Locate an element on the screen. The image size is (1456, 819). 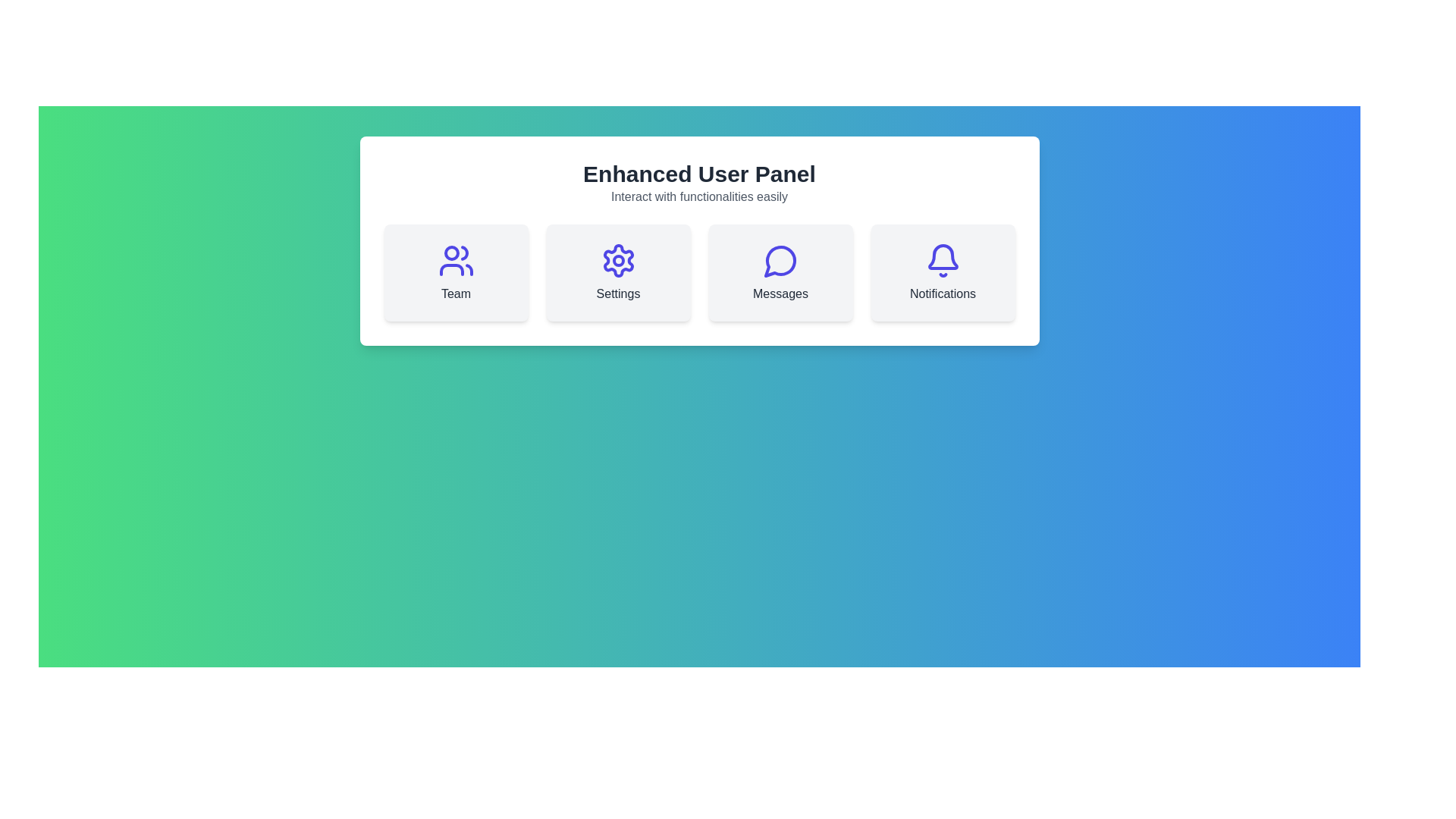
the bell-shaped notification icon with thick indigo lines located at the top-center of the 'Notifications' card is located at coordinates (942, 259).